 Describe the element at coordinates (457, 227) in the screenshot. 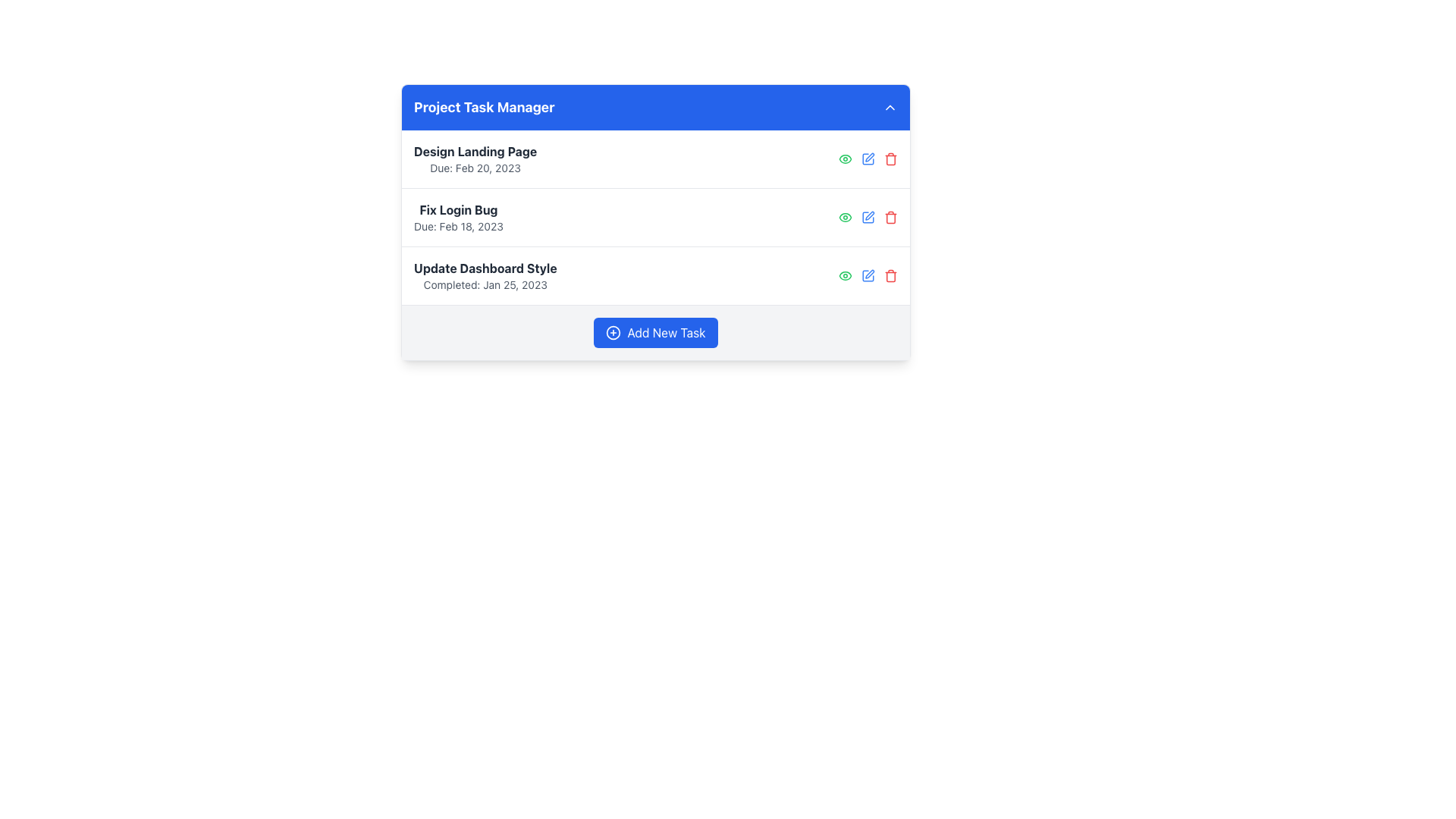

I see `the static text label displaying 'Due: Feb 18, 2023', which is positioned below the bold text 'Fix Login Bug'` at that location.